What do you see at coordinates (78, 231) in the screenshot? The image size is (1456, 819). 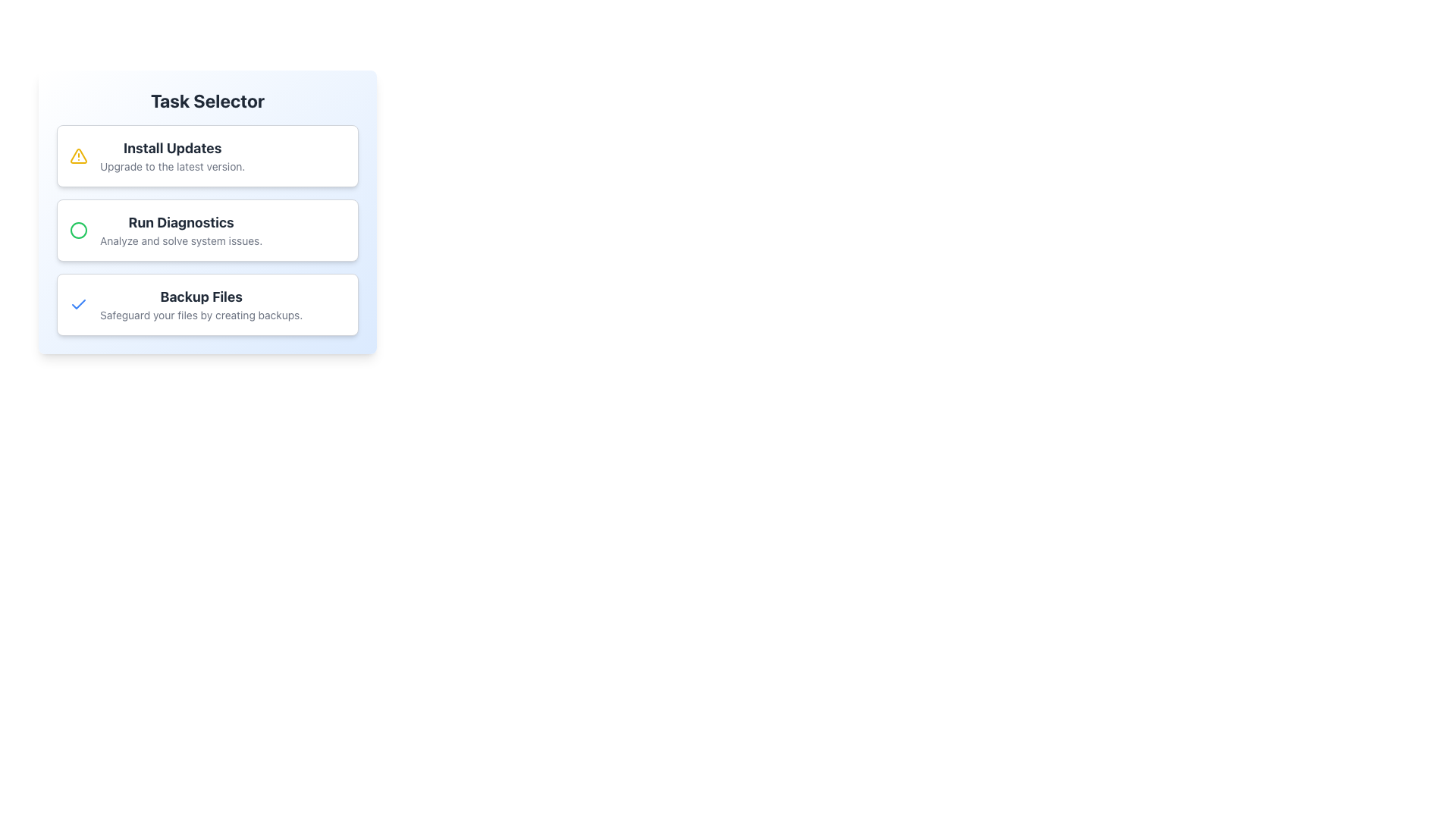 I see `the decorative SVG circle element located in the center-left region of the interface, which serves a status-indicating function` at bounding box center [78, 231].